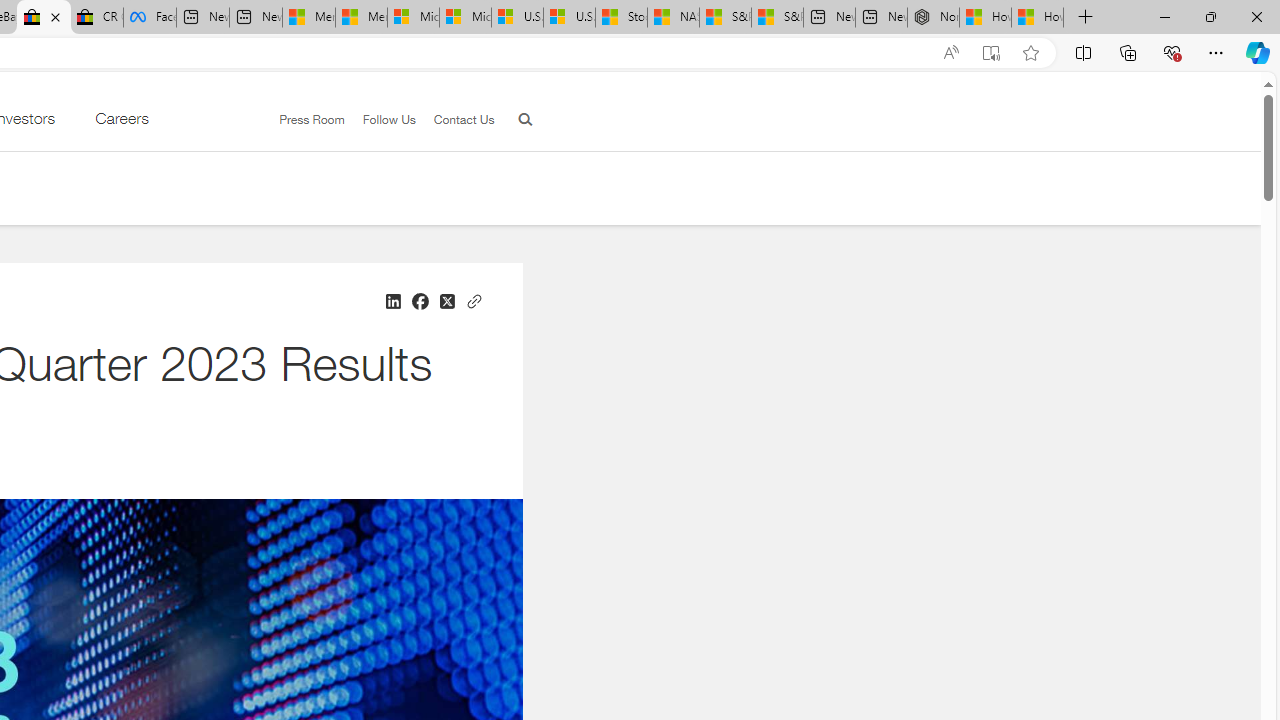 This screenshot has width=1280, height=720. Describe the element at coordinates (120, 123) in the screenshot. I see `'Careers'` at that location.